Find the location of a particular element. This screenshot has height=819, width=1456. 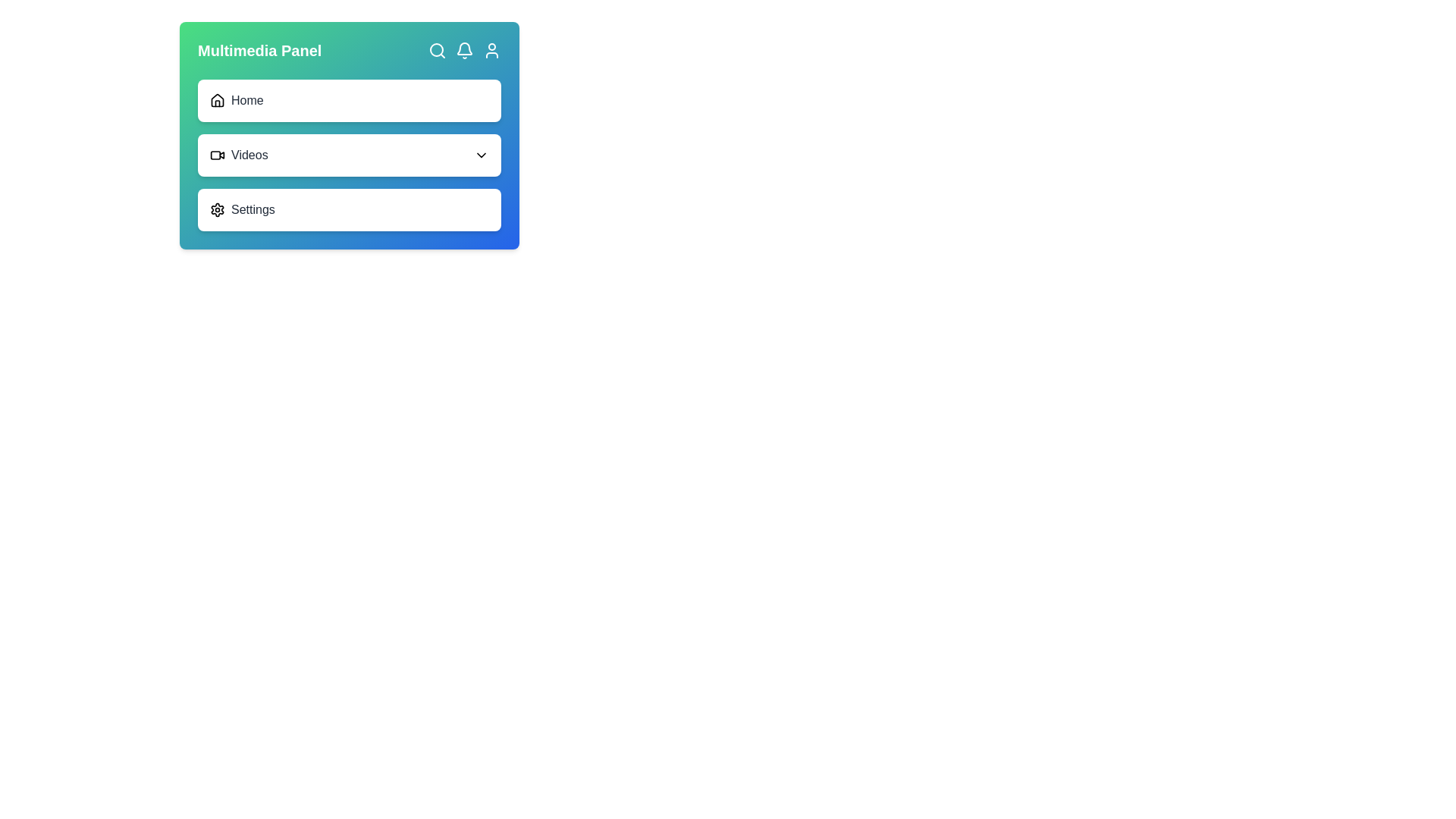

the 'Videos' icon located to the left of the 'Videos' text in the multimedia panel is located at coordinates (215, 155).